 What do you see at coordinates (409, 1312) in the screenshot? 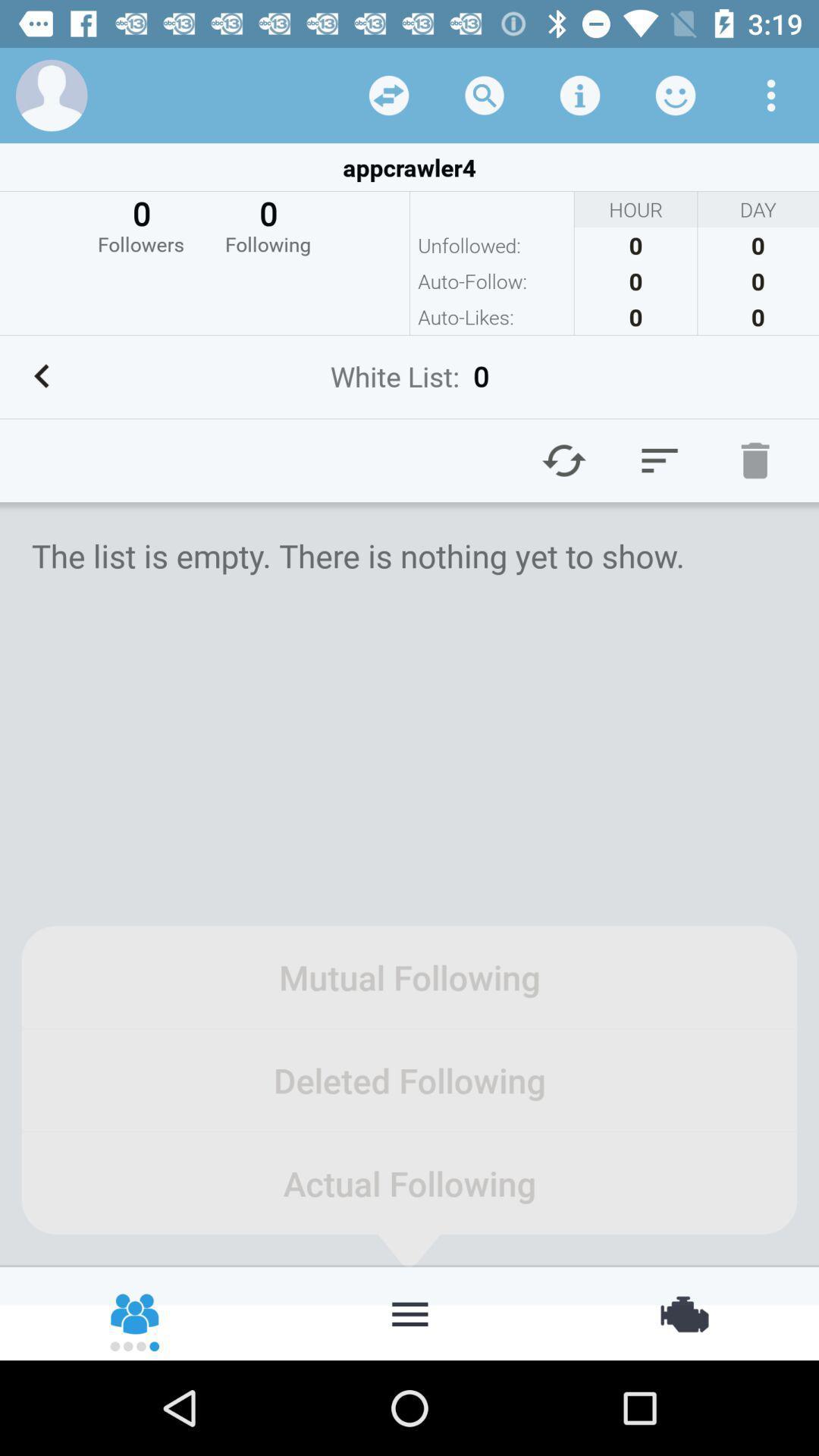
I see `customize` at bounding box center [409, 1312].